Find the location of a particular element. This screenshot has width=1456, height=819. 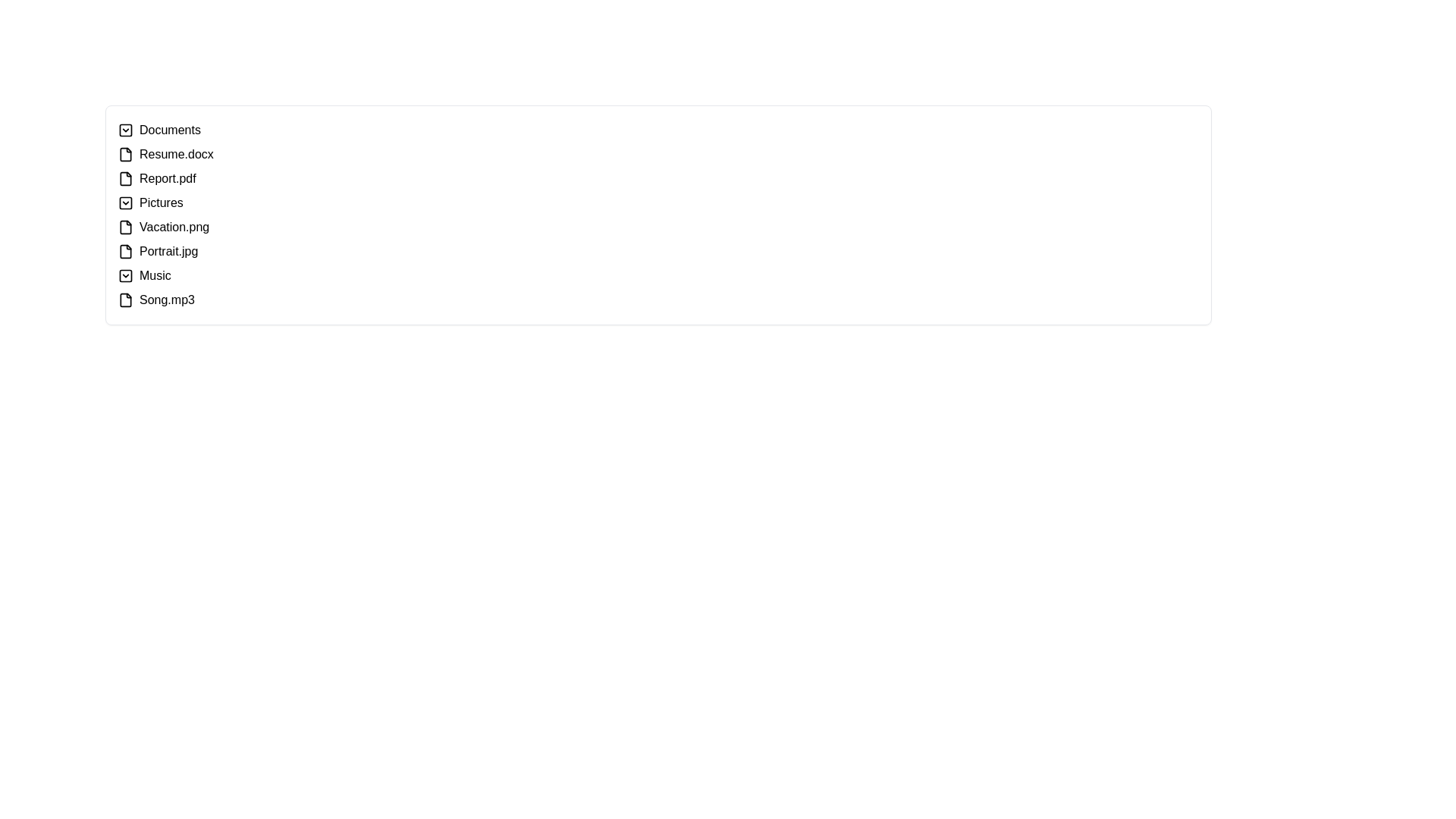

the SVG icon representing a file, which is styled with a white background and black outline, located next to the text 'Resume.docx' is located at coordinates (126, 155).